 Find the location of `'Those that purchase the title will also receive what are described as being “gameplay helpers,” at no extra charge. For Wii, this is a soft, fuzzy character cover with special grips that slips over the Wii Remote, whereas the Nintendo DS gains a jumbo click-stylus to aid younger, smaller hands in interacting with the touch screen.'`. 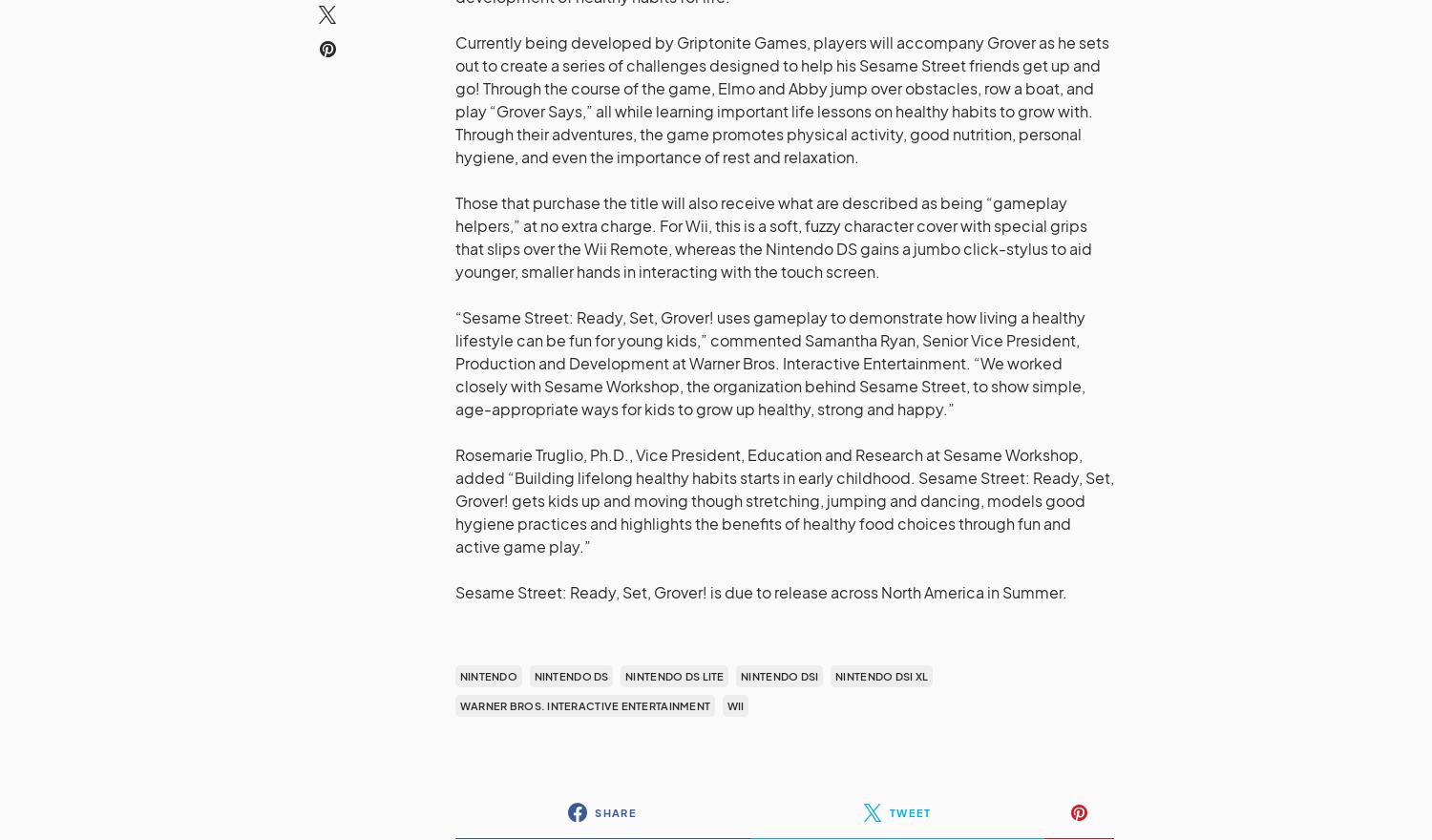

'Those that purchase the title will also receive what are described as being “gameplay helpers,” at no extra charge. For Wii, this is a soft, fuzzy character cover with special grips that slips over the Wii Remote, whereas the Nintendo DS gains a jumbo click-stylus to aid younger, smaller hands in interacting with the touch screen.' is located at coordinates (773, 236).